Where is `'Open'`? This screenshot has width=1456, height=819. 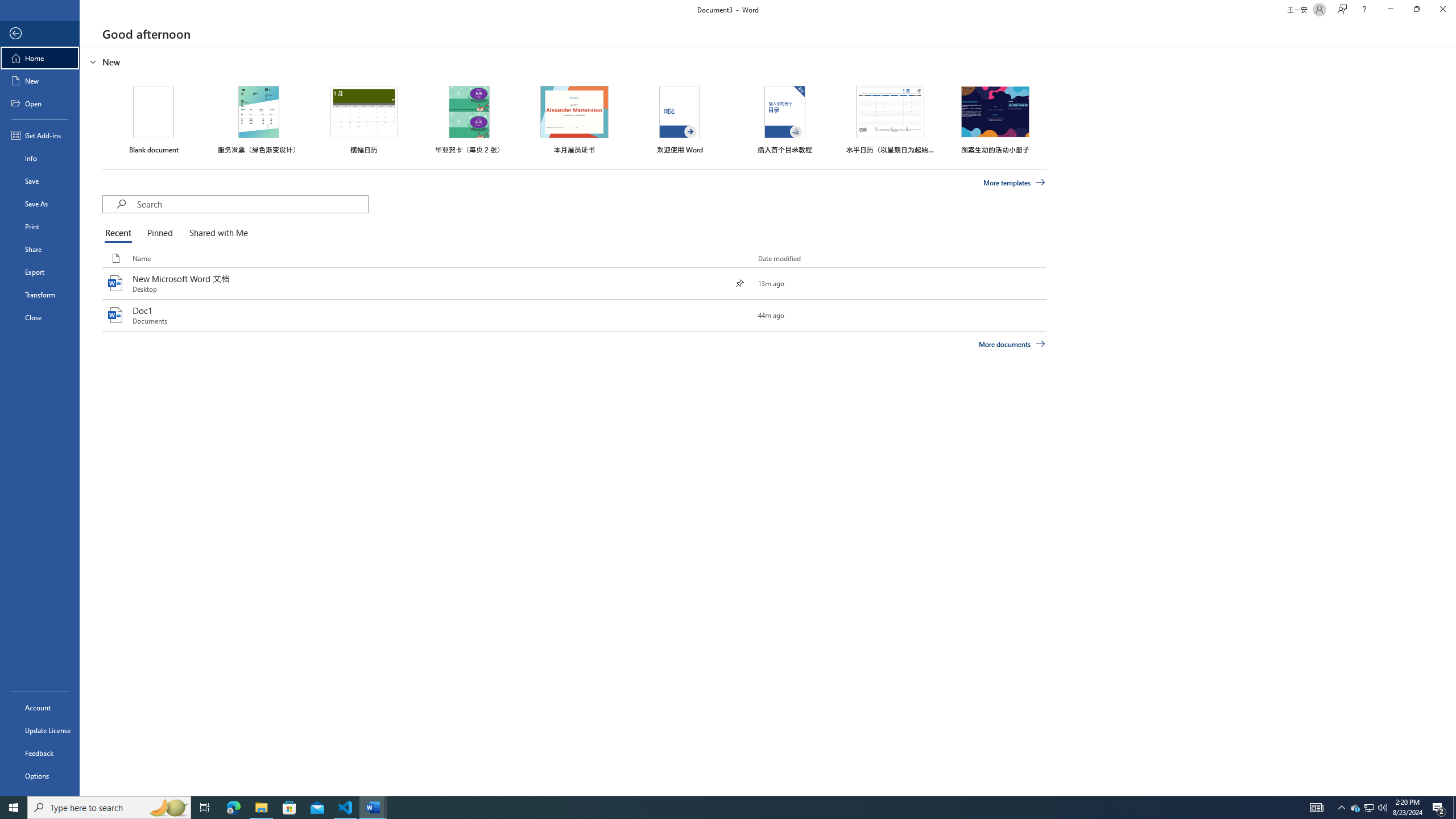
'Open' is located at coordinates (39, 102).